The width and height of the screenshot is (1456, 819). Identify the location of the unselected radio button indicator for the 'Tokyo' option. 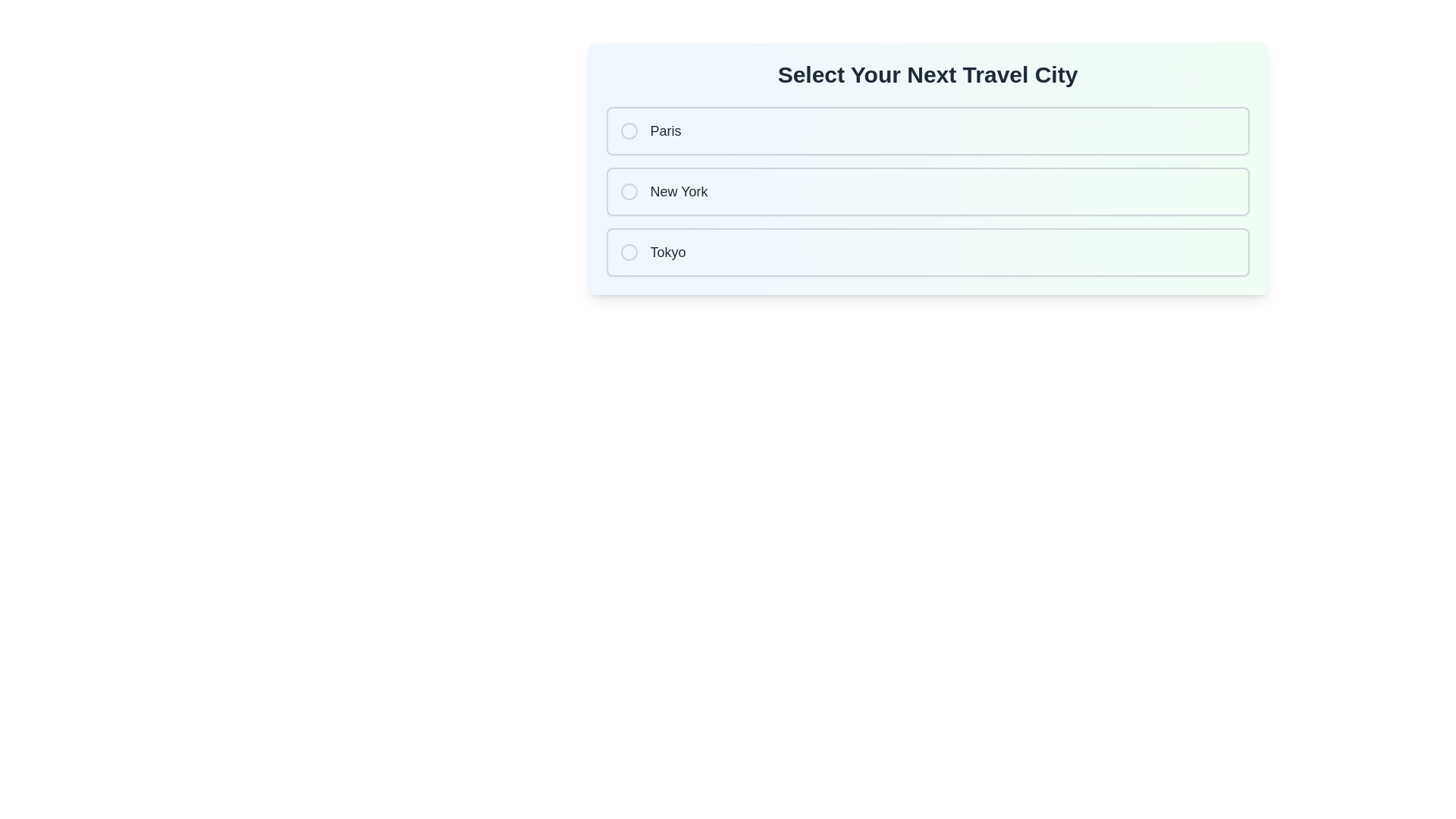
(629, 251).